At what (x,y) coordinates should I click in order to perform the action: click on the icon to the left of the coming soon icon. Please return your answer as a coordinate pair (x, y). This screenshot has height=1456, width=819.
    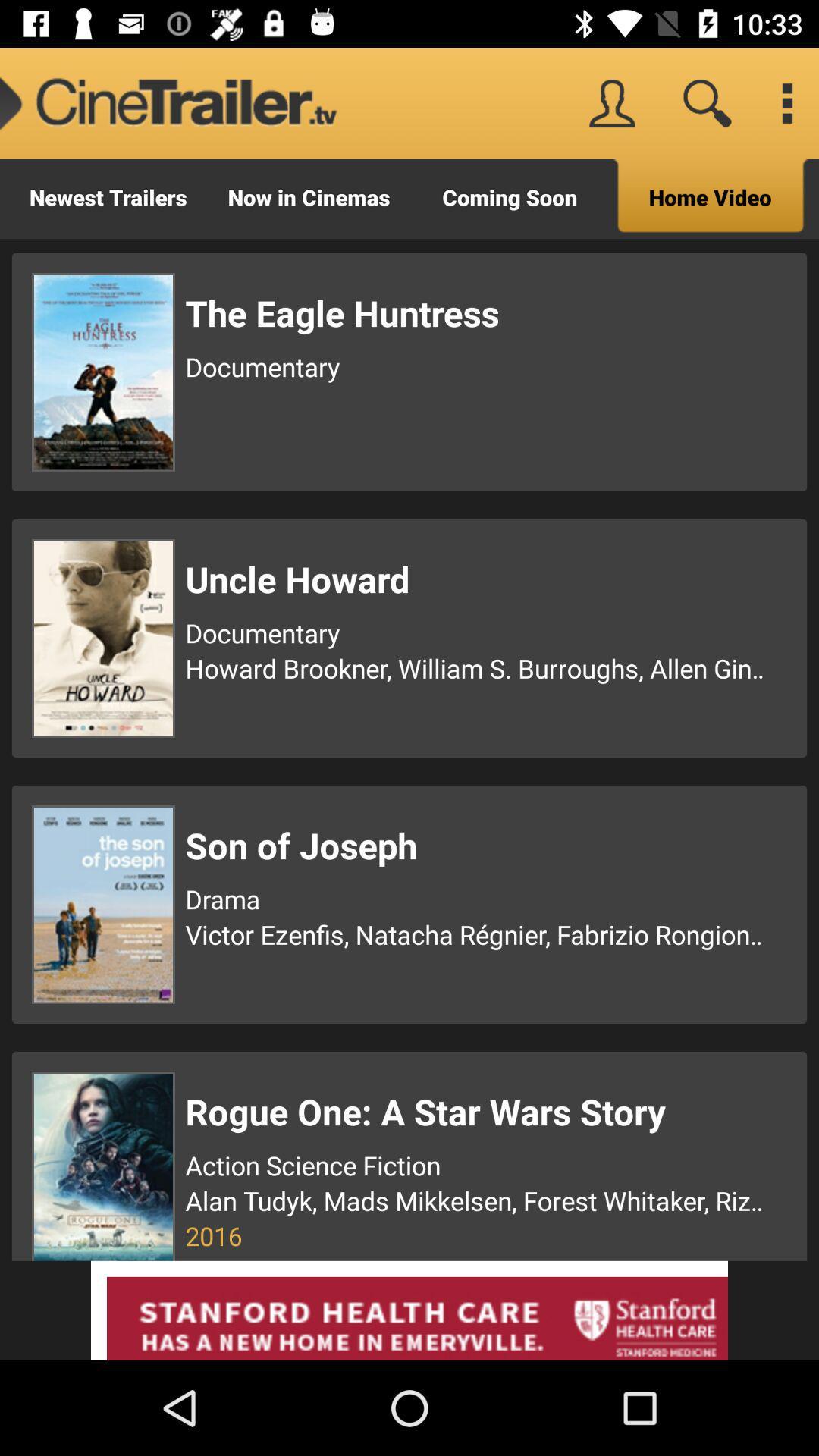
    Looking at the image, I should click on (169, 102).